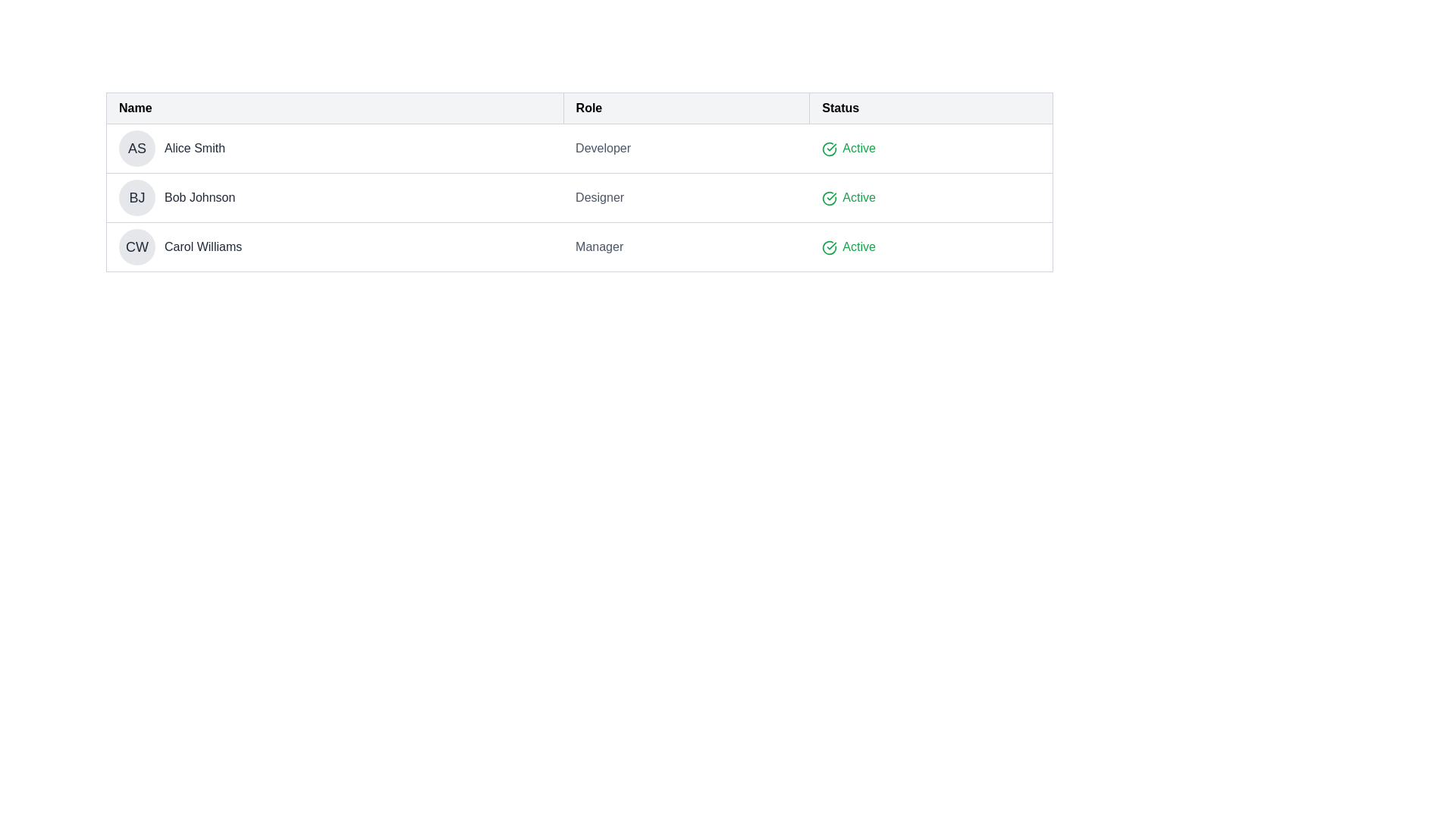 The image size is (1456, 819). I want to click on the text label displaying 'Carol Williams' in the third row of the table, so click(202, 246).